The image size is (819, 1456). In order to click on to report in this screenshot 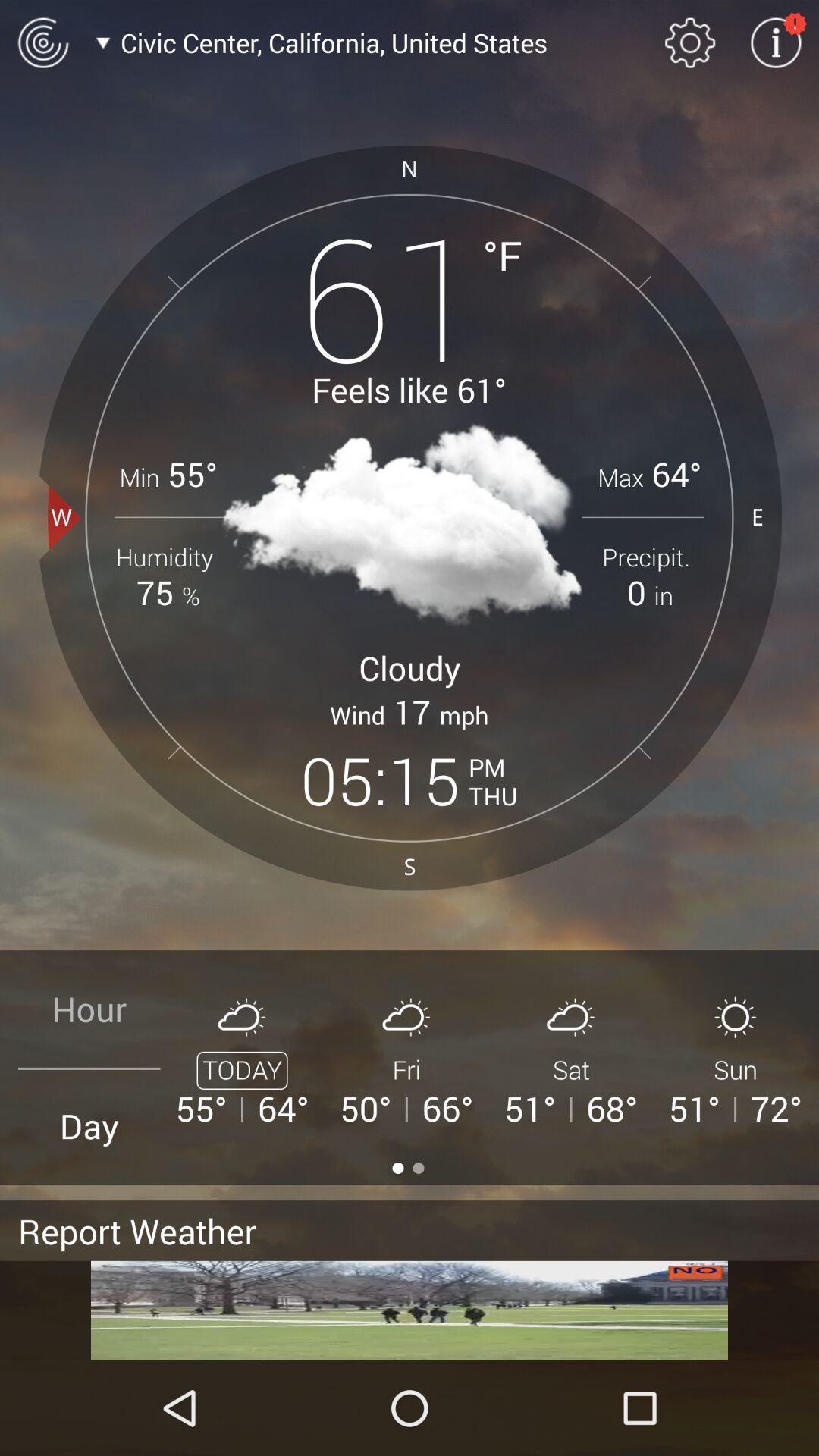, I will do `click(409, 1310)`.